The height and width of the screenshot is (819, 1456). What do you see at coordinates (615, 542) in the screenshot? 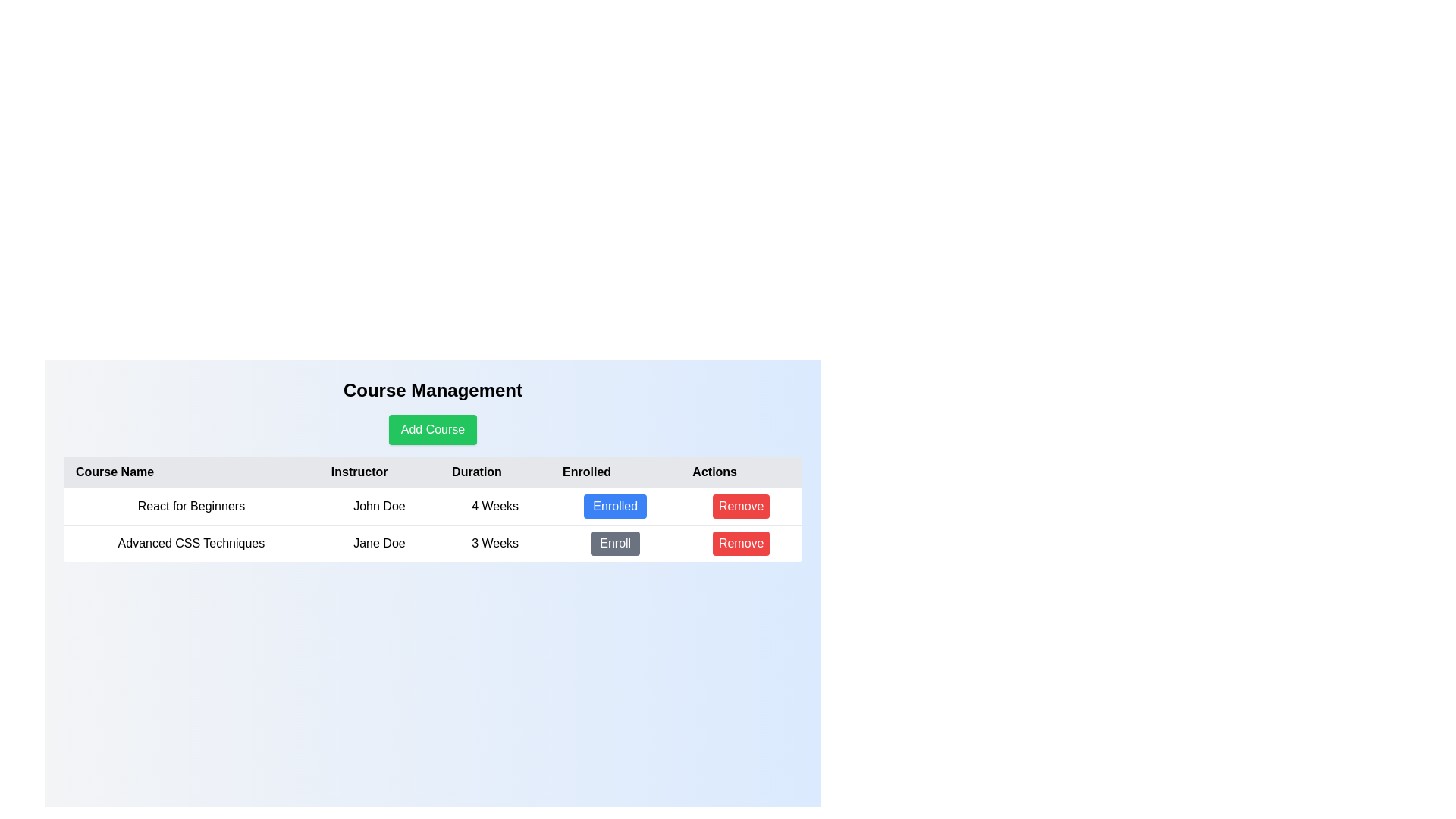
I see `the enrollment button located in the fourth column of the second row of the table` at bounding box center [615, 542].